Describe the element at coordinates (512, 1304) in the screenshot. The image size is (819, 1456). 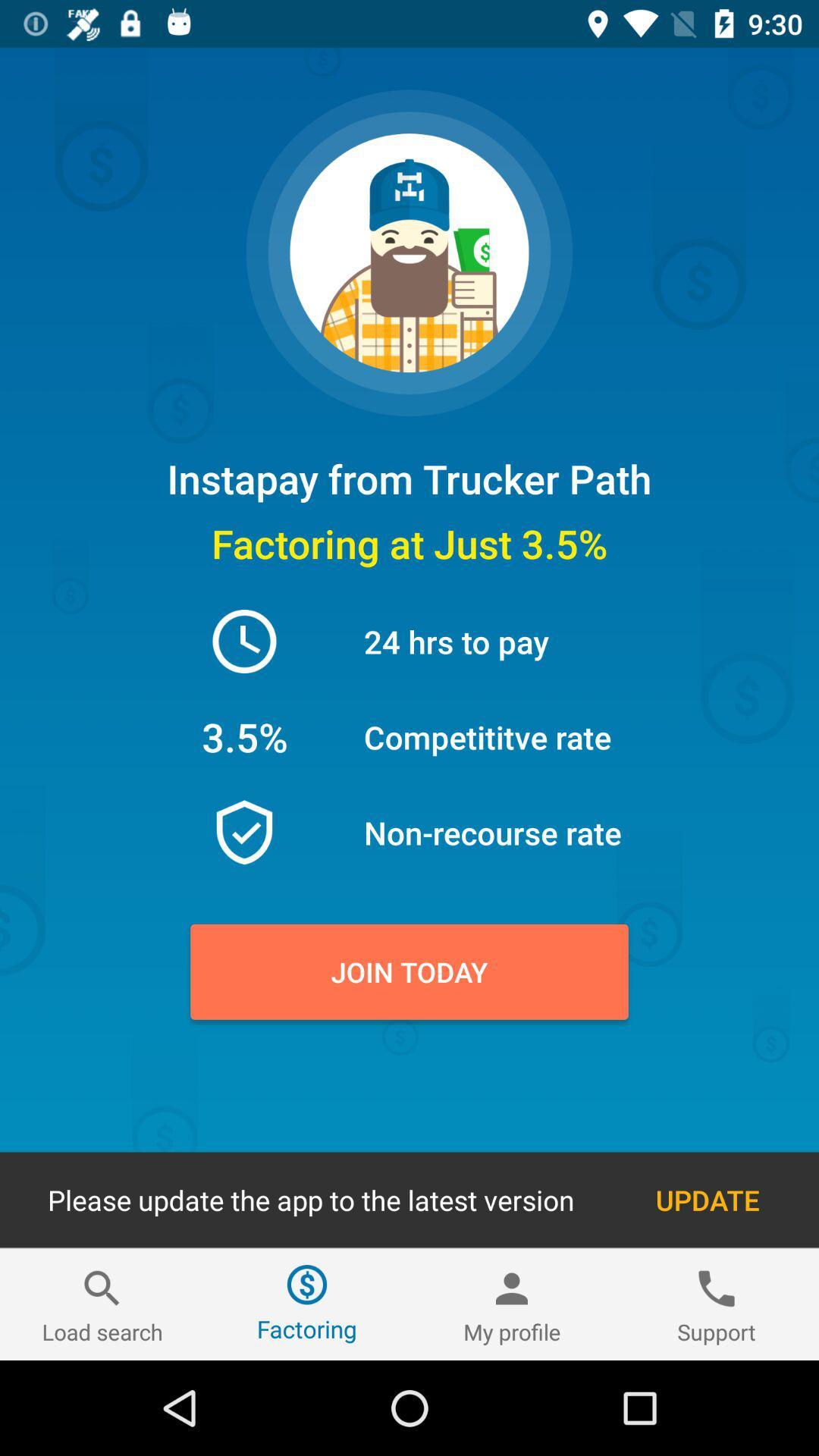
I see `item next to support` at that location.